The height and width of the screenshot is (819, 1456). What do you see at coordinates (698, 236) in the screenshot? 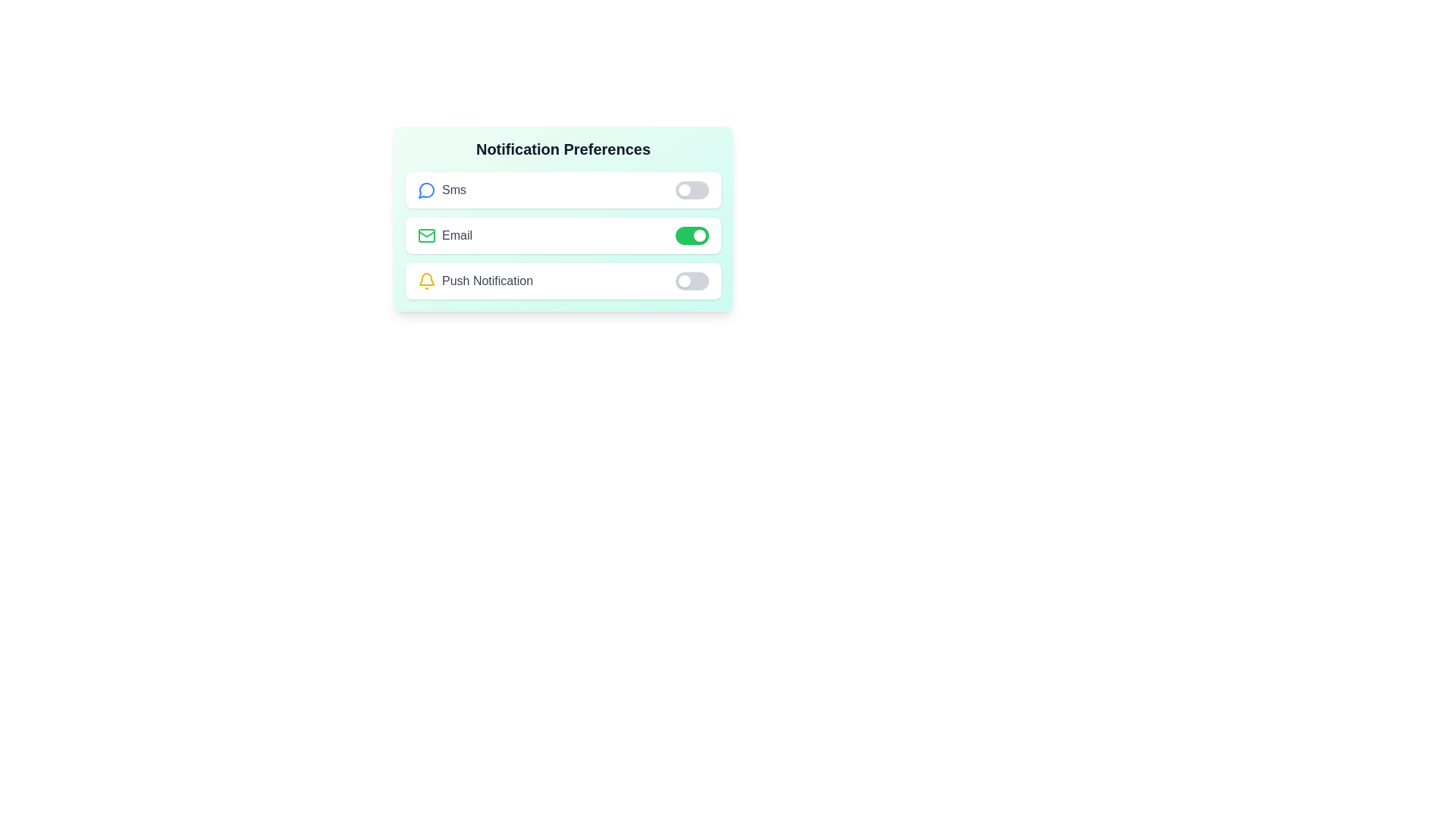
I see `the toggle knob located` at bounding box center [698, 236].